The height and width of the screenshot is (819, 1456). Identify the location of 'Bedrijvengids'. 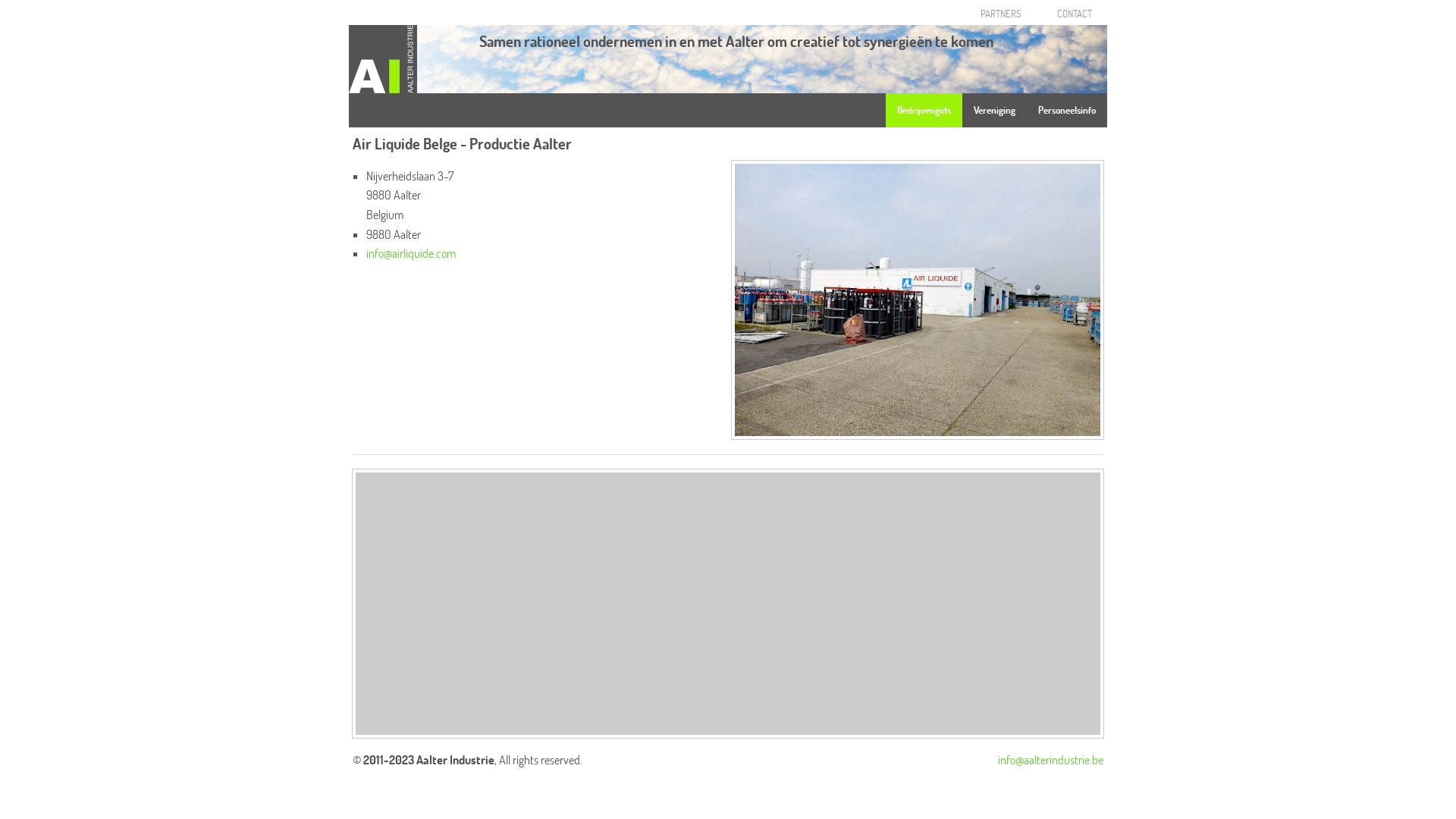
(885, 109).